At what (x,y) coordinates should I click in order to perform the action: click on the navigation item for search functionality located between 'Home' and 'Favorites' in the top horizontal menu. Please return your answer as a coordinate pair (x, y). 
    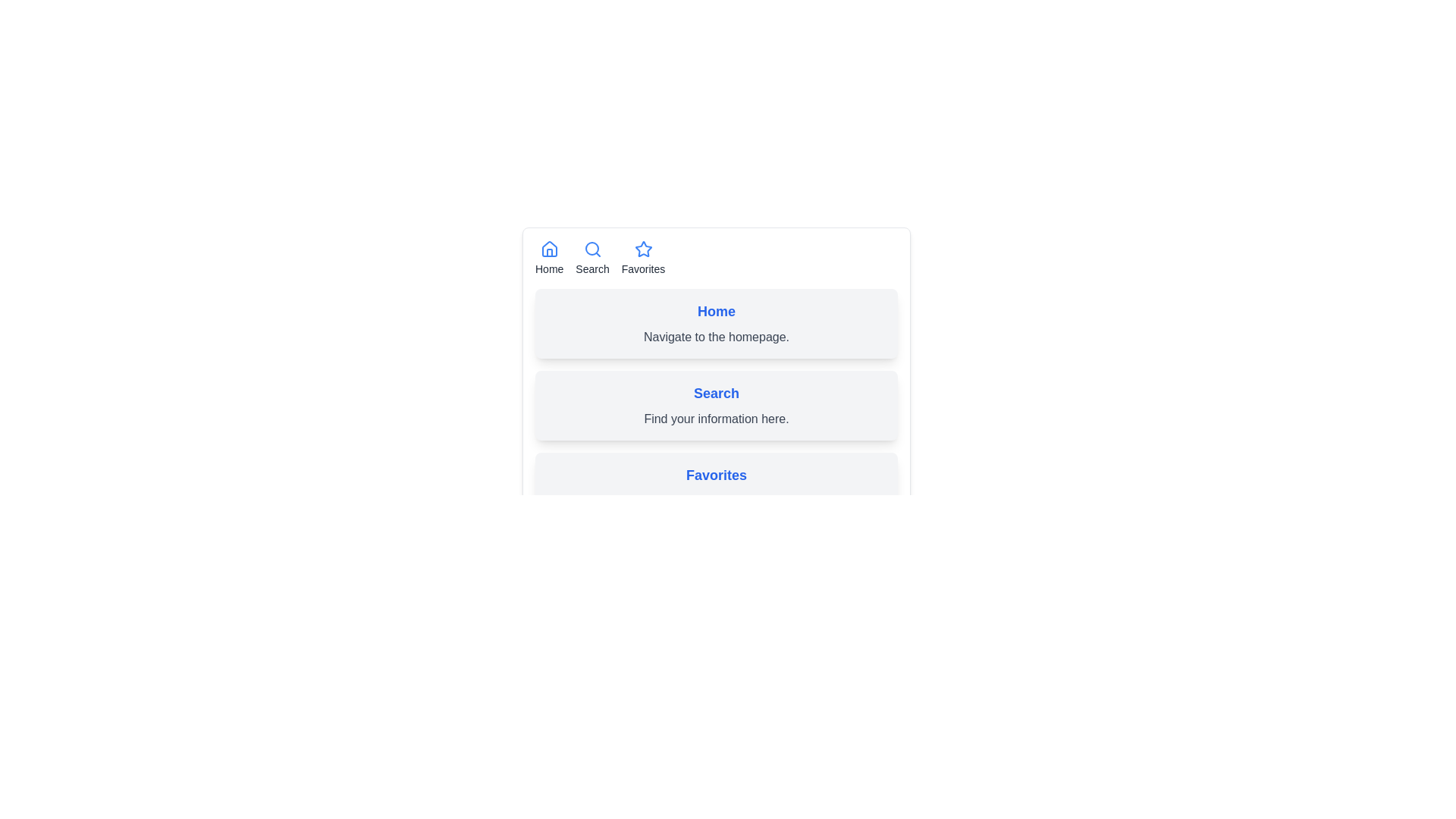
    Looking at the image, I should click on (591, 257).